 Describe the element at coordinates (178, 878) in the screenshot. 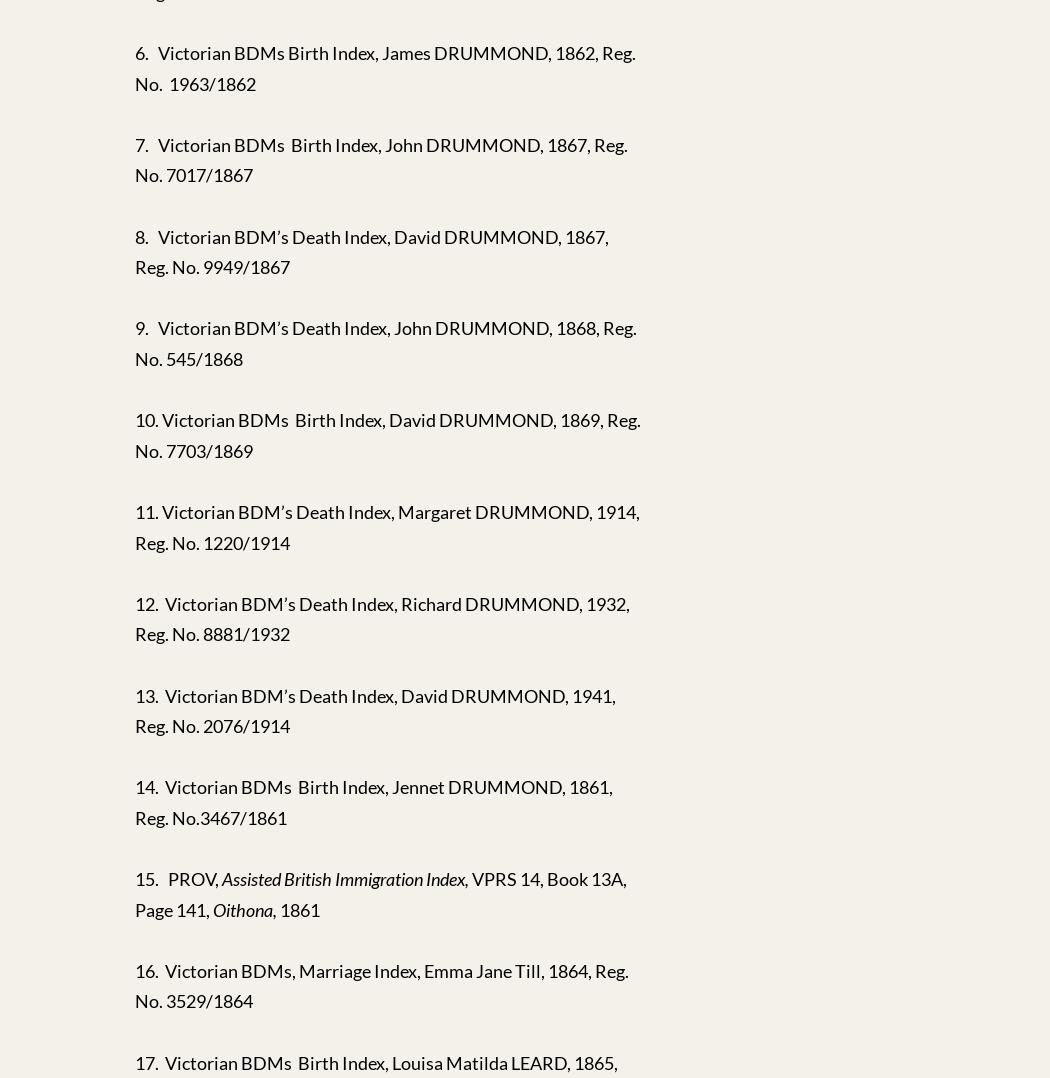

I see `'15.   PROV,'` at that location.